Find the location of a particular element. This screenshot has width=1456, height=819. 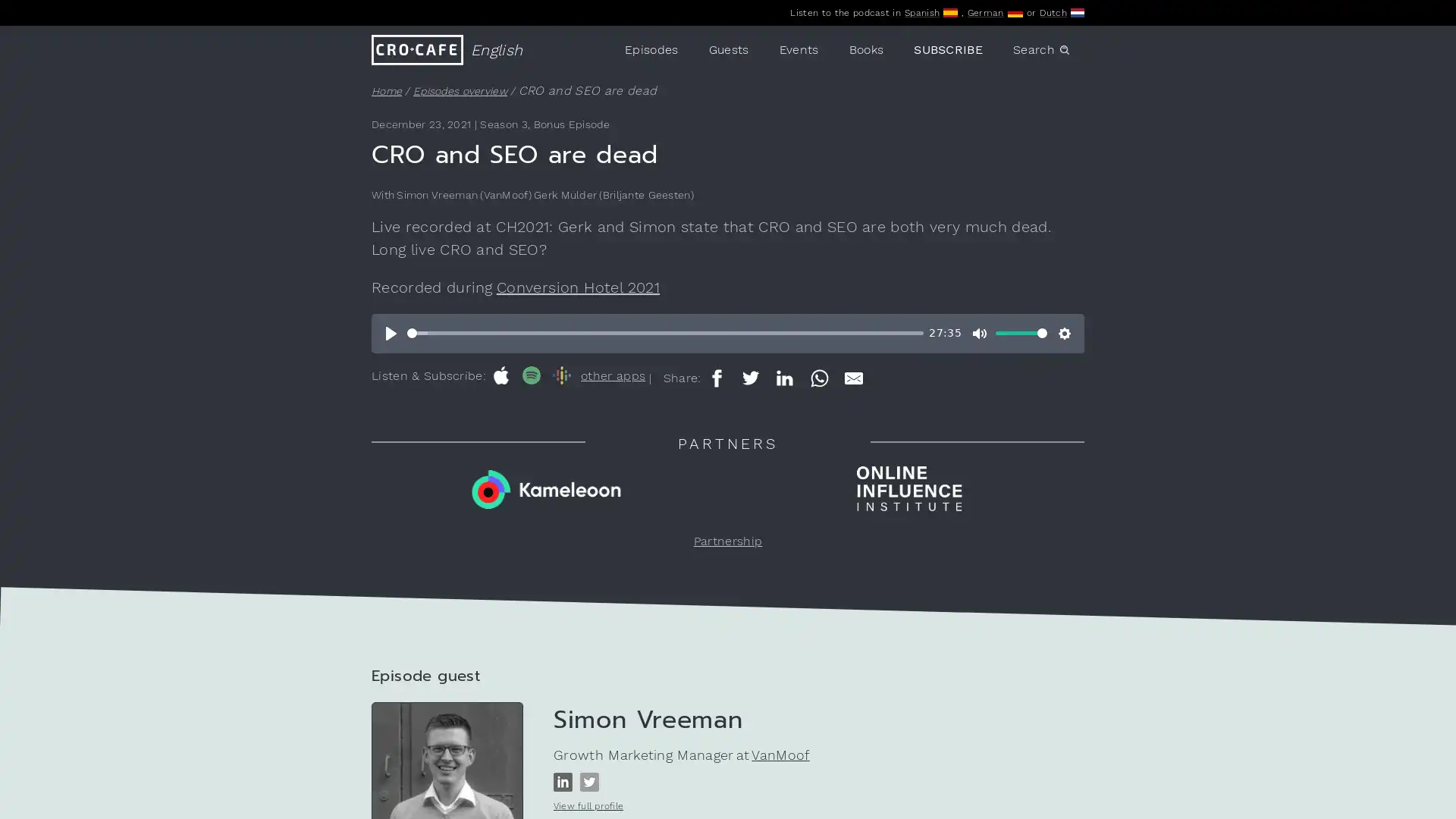

Mute is located at coordinates (979, 332).